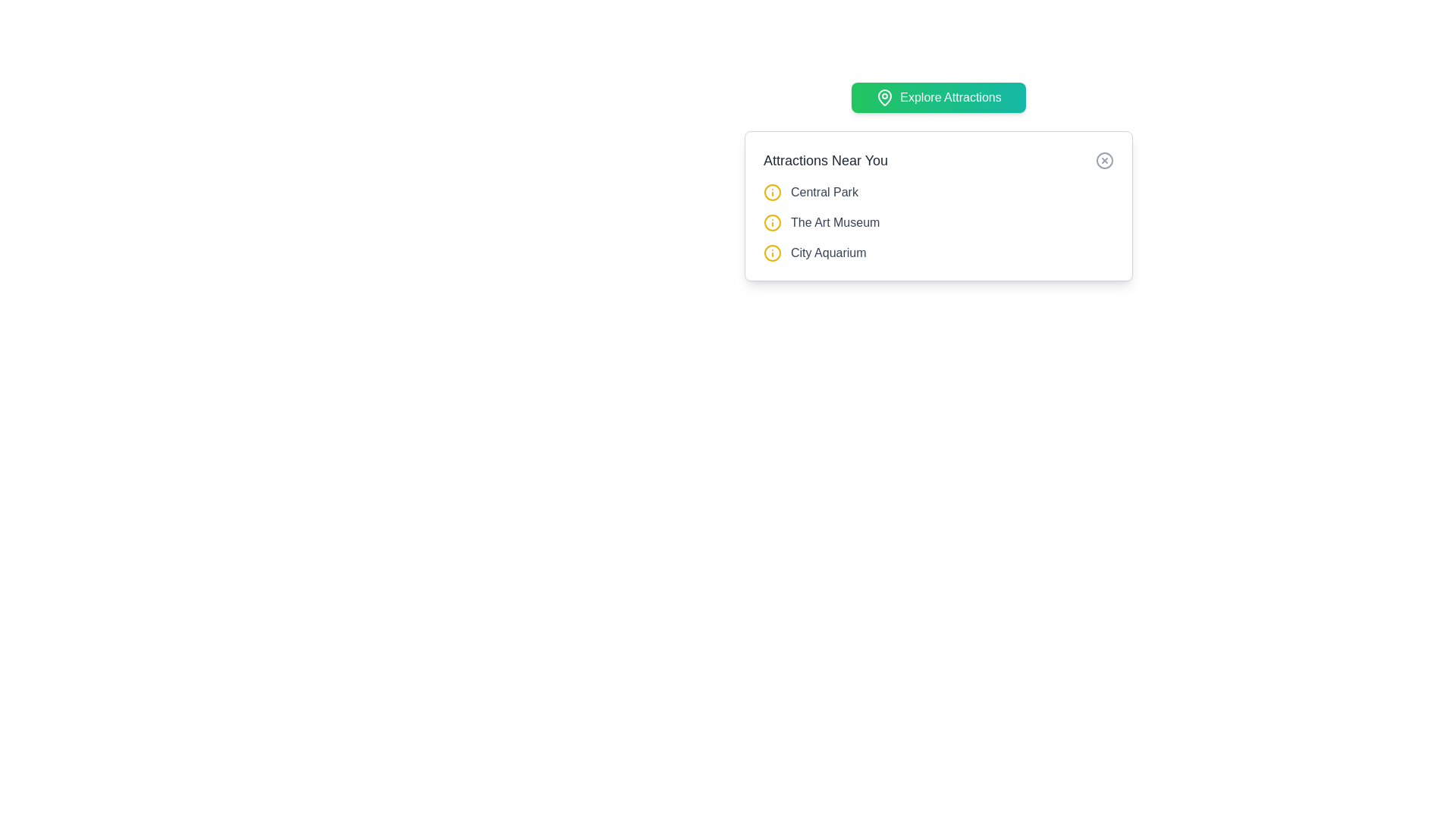 This screenshot has width=1456, height=819. What do you see at coordinates (772, 222) in the screenshot?
I see `the circular yellow informational icon located to the left of the 'The Art Museum' text label` at bounding box center [772, 222].